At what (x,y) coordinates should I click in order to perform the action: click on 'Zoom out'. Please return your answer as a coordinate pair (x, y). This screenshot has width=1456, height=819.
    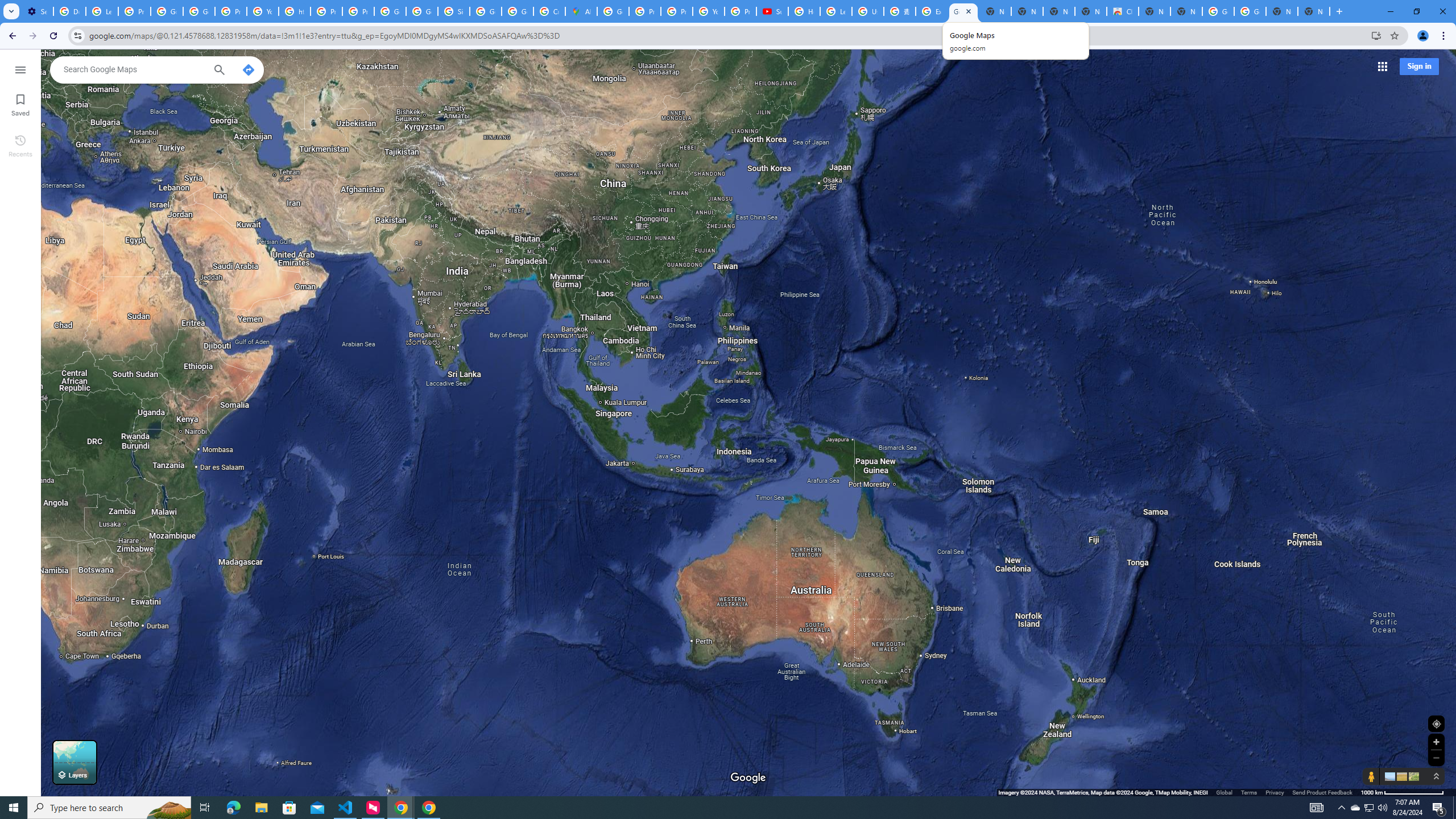
    Looking at the image, I should click on (1436, 758).